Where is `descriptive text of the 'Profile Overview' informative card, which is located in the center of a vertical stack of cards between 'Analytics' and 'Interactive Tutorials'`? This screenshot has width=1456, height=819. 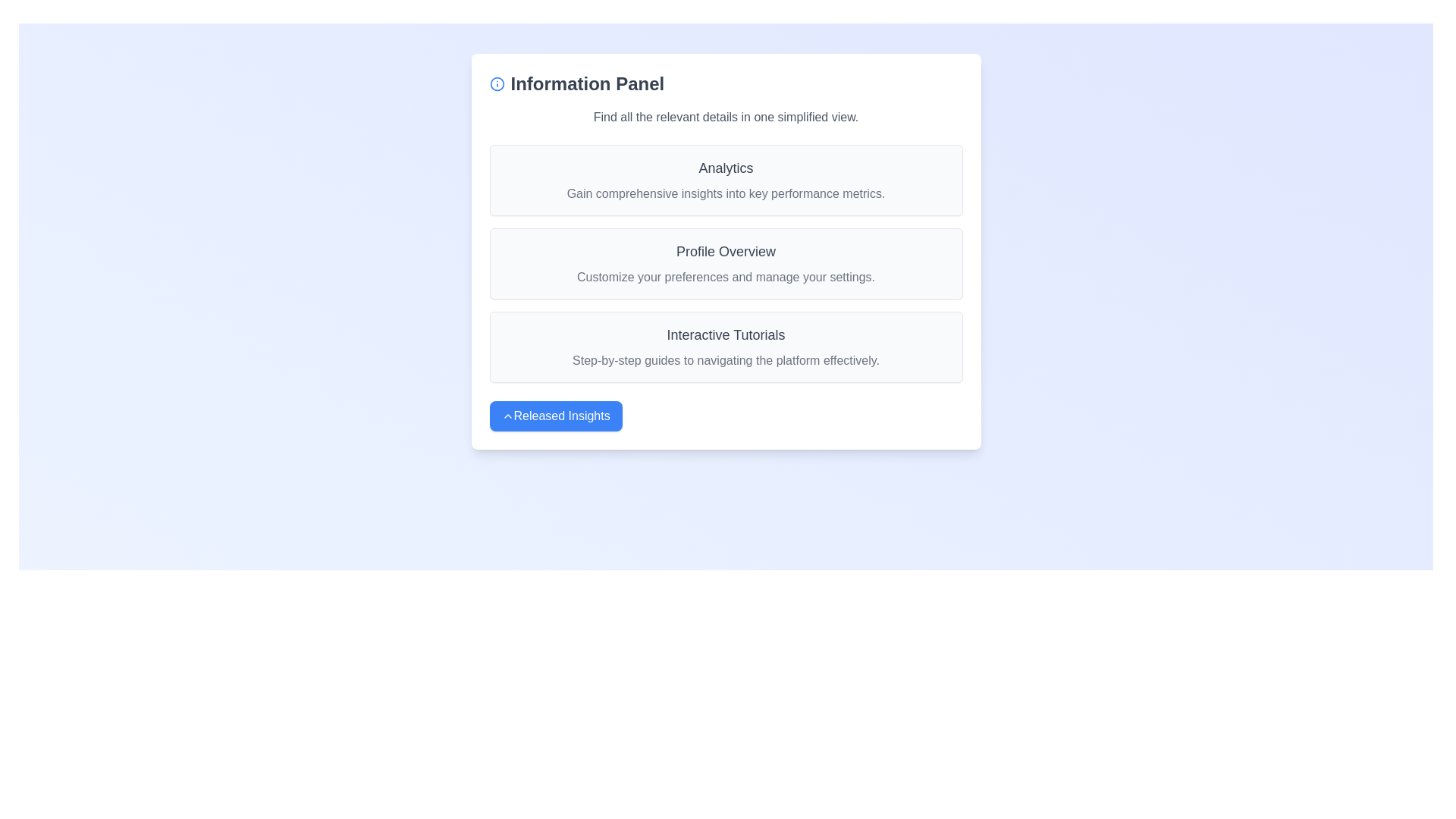
descriptive text of the 'Profile Overview' informative card, which is located in the center of a vertical stack of cards between 'Analytics' and 'Interactive Tutorials' is located at coordinates (725, 262).